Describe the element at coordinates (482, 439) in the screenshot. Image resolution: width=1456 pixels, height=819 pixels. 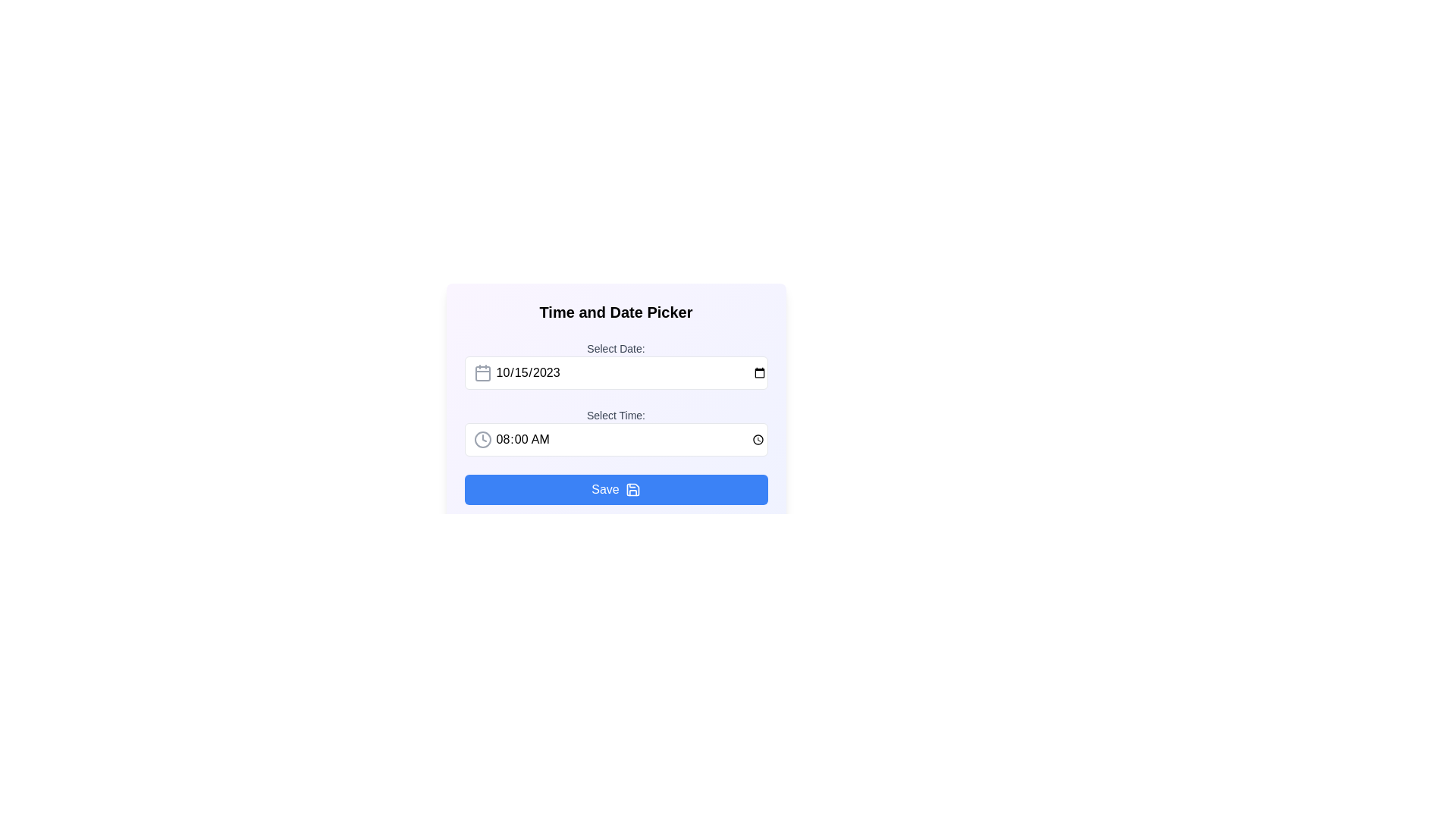
I see `the SVG circle shape that serves as the background of the clock icon, located within the 'Select Time' section under the 'Time and Date Picker' title` at that location.